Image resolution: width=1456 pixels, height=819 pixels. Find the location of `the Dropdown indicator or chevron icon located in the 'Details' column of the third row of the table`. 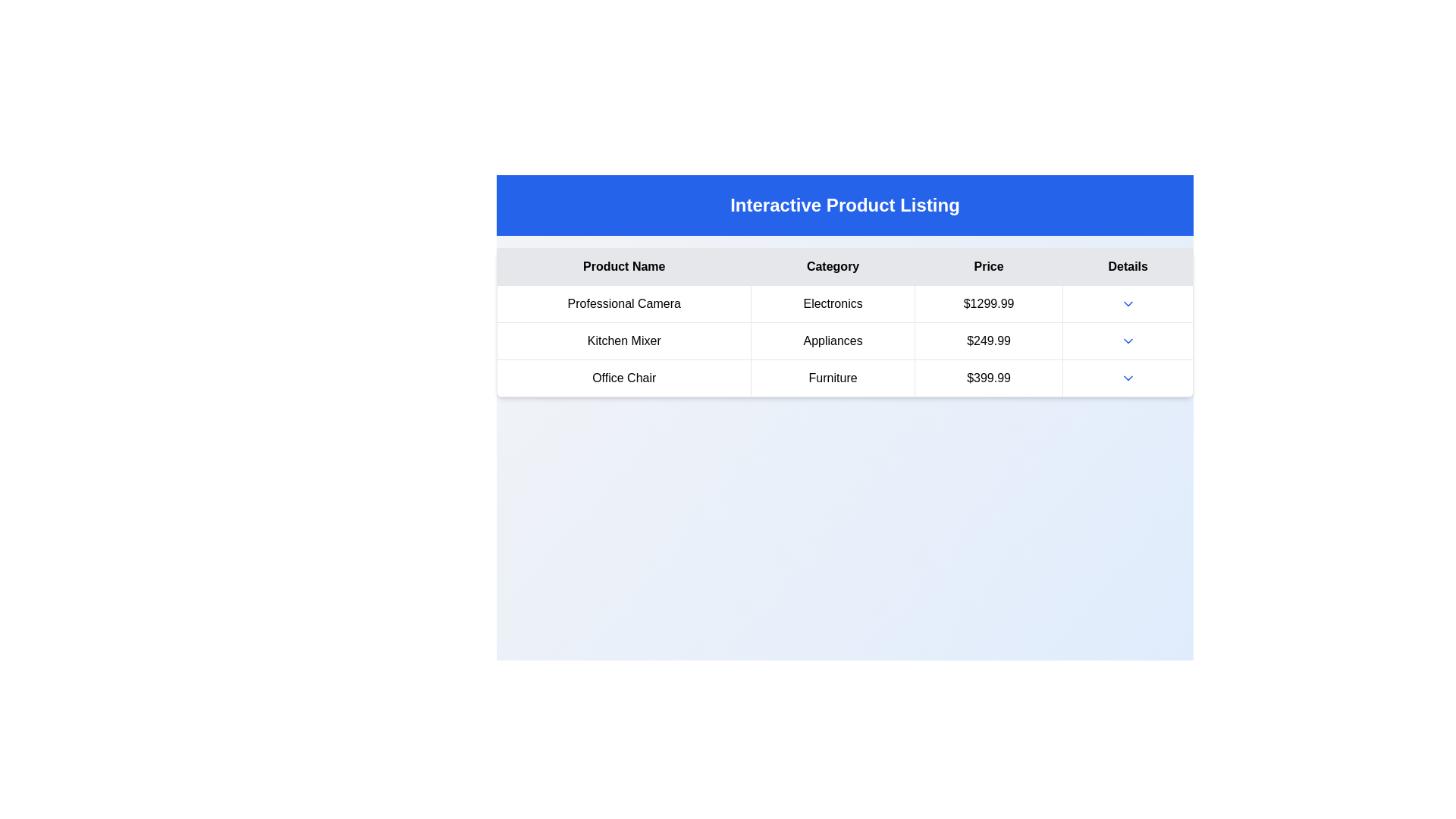

the Dropdown indicator or chevron icon located in the 'Details' column of the third row of the table is located at coordinates (1128, 377).